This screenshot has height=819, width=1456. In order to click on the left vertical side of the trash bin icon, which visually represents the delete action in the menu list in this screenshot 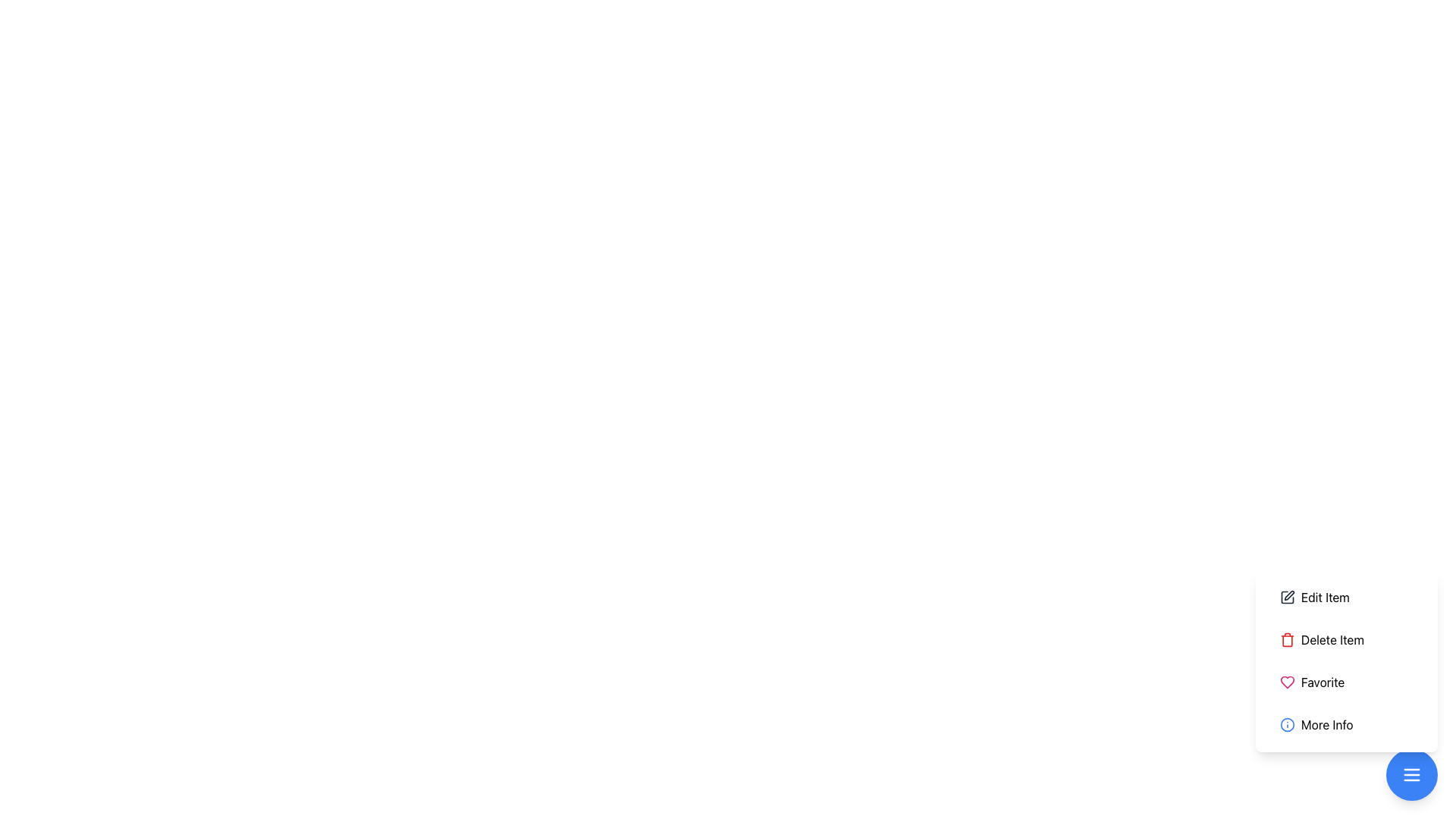, I will do `click(1287, 640)`.